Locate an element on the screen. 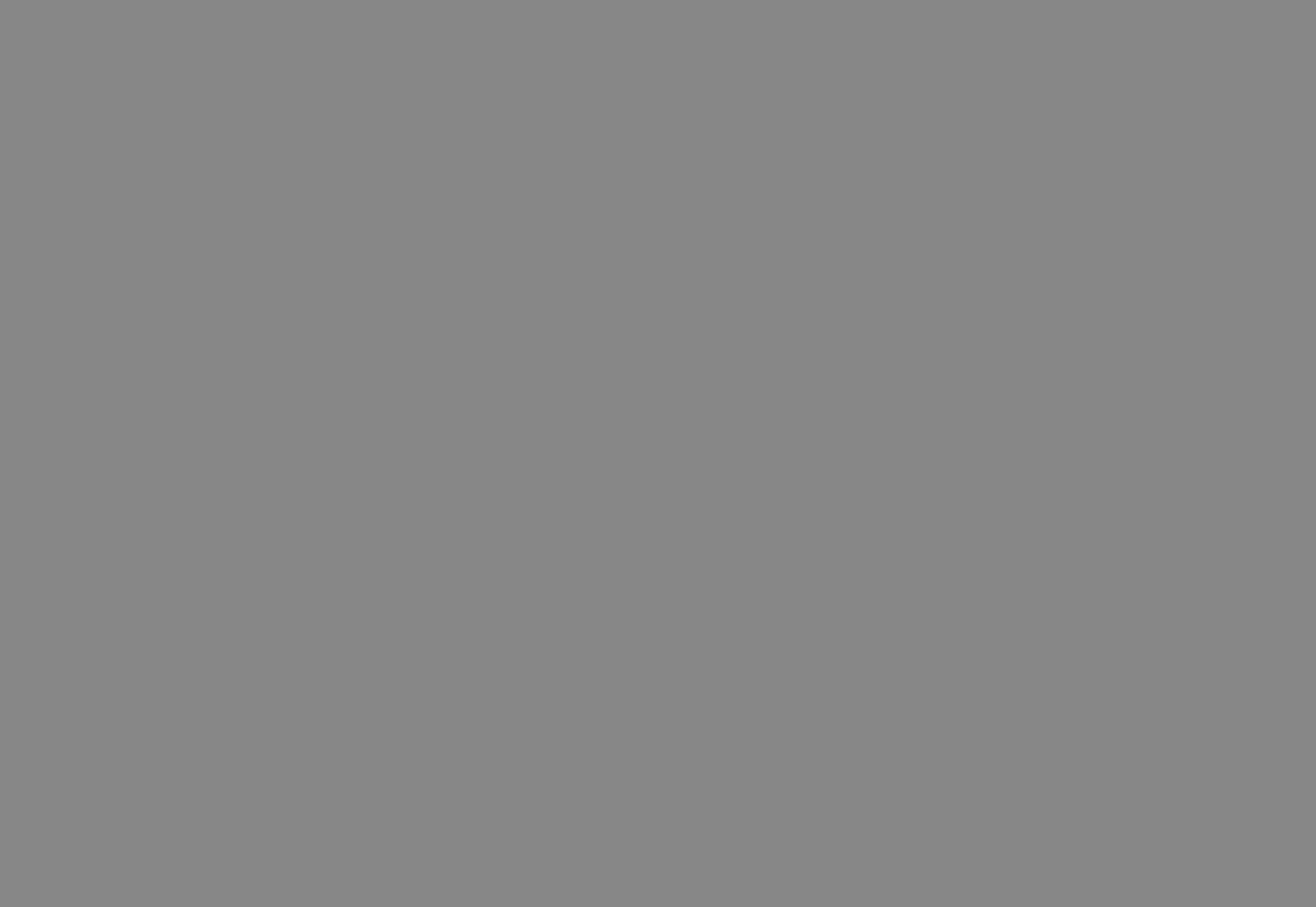  'Precision shunts for current measurements' is located at coordinates (640, 359).